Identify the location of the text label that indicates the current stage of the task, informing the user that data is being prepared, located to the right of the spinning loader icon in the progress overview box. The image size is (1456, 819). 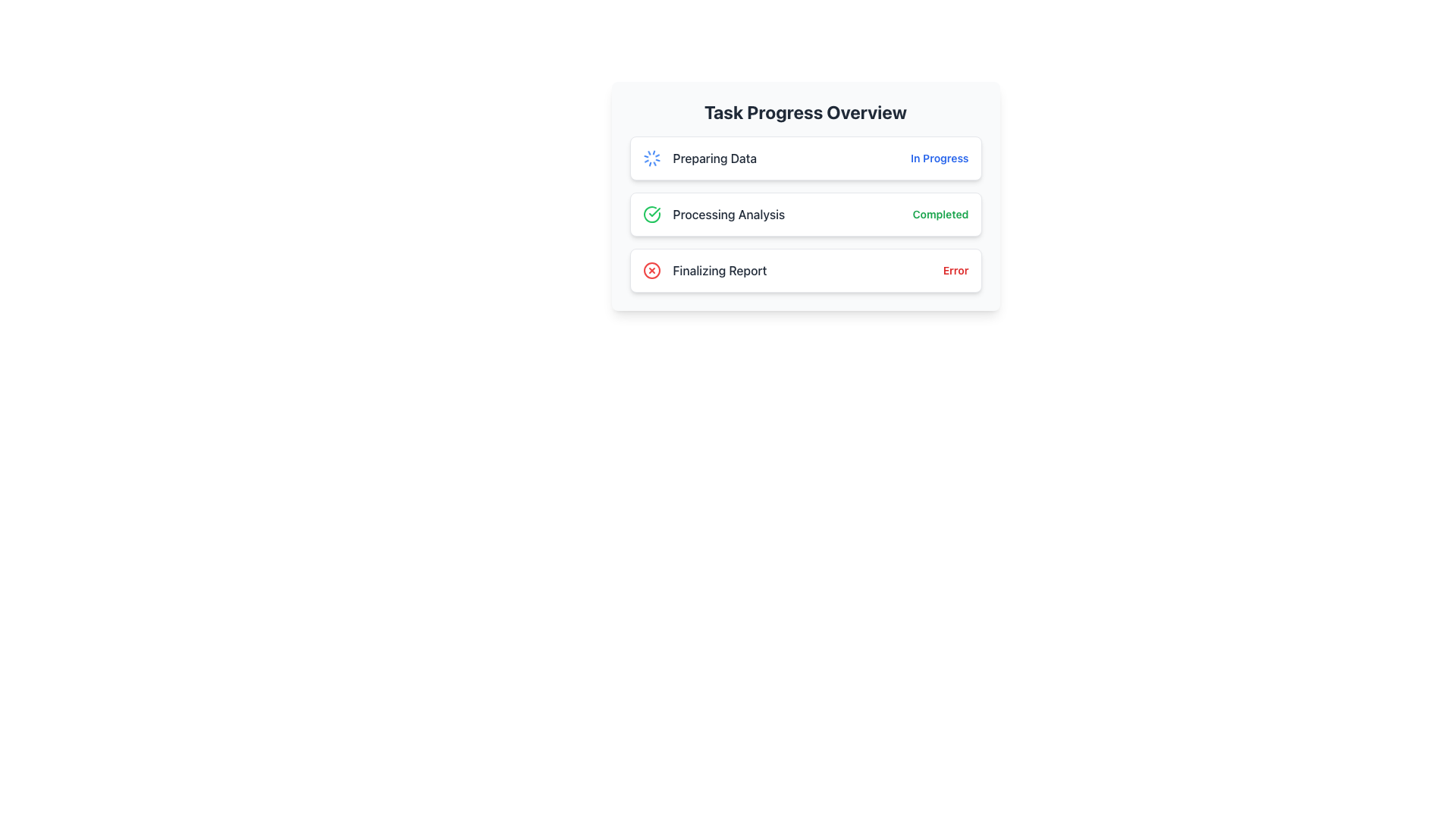
(714, 158).